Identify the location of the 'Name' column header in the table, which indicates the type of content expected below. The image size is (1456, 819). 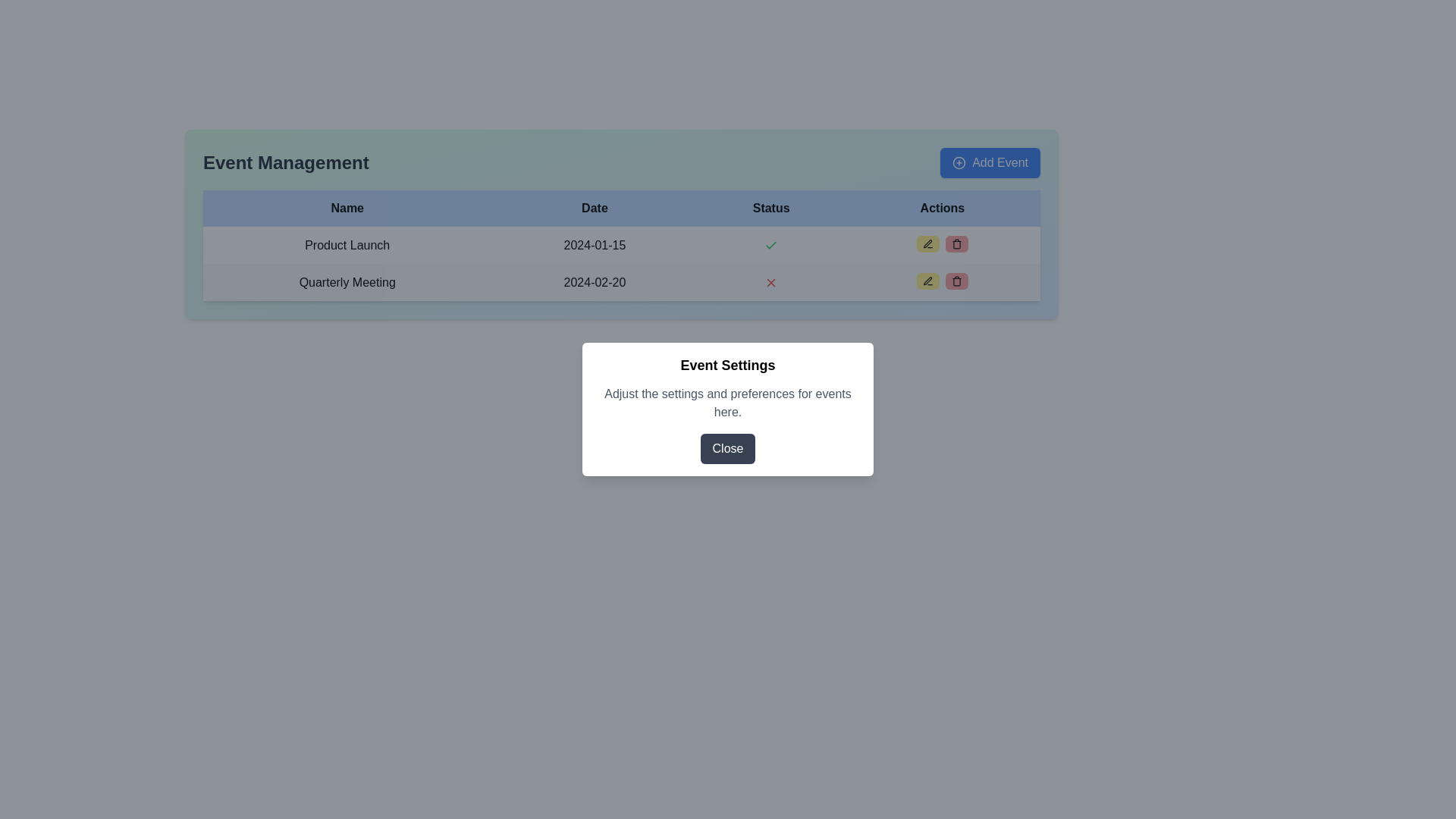
(347, 208).